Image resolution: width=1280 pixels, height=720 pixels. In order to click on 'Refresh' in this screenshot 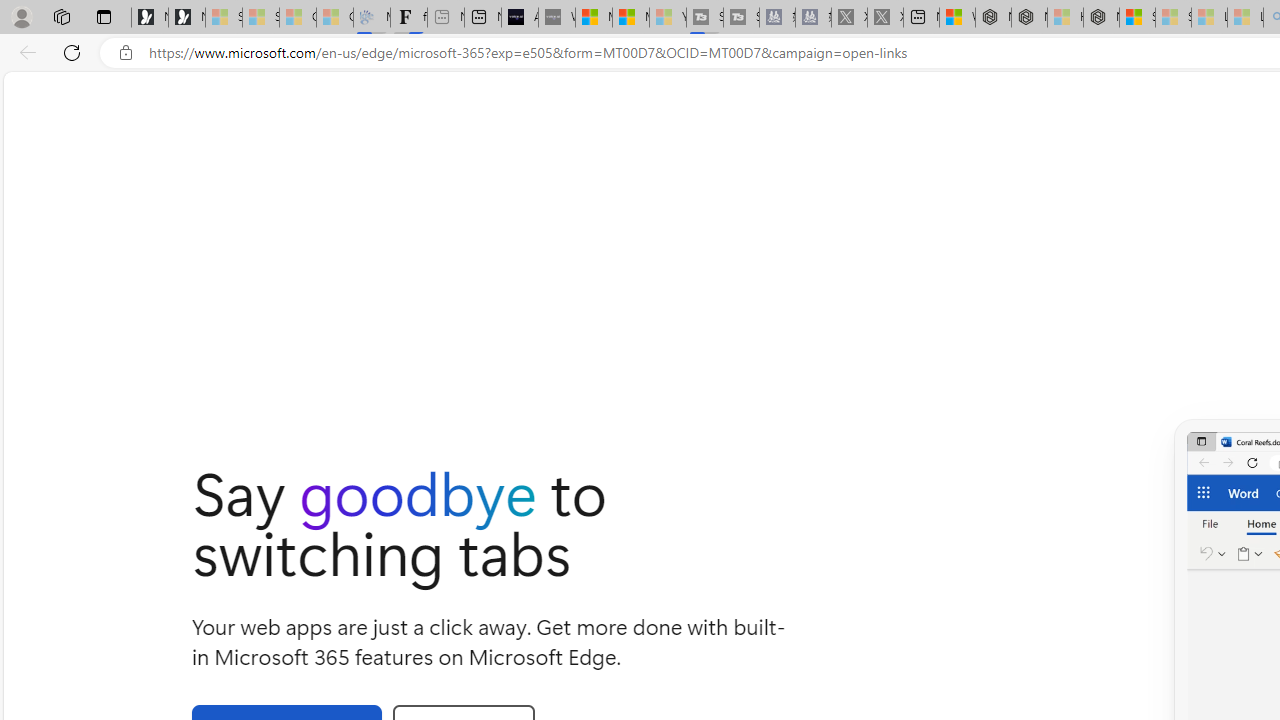, I will do `click(72, 51)`.